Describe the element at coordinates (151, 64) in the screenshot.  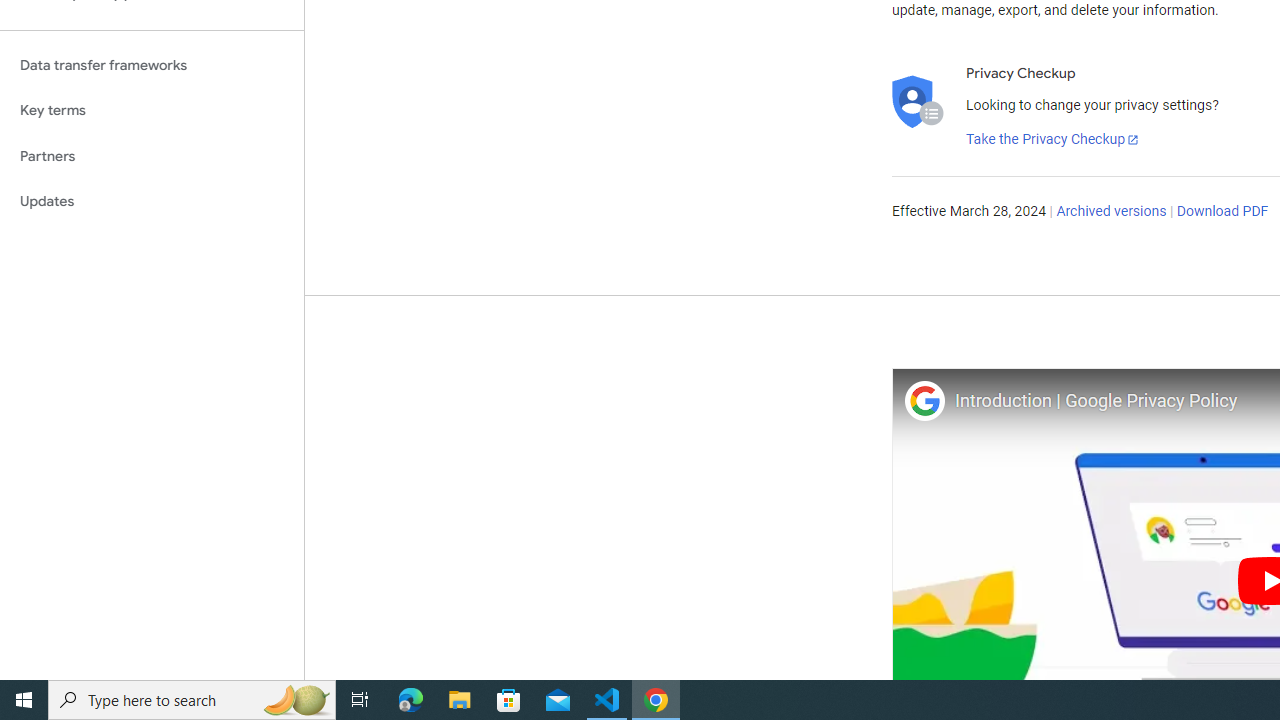
I see `'Data transfer frameworks'` at that location.